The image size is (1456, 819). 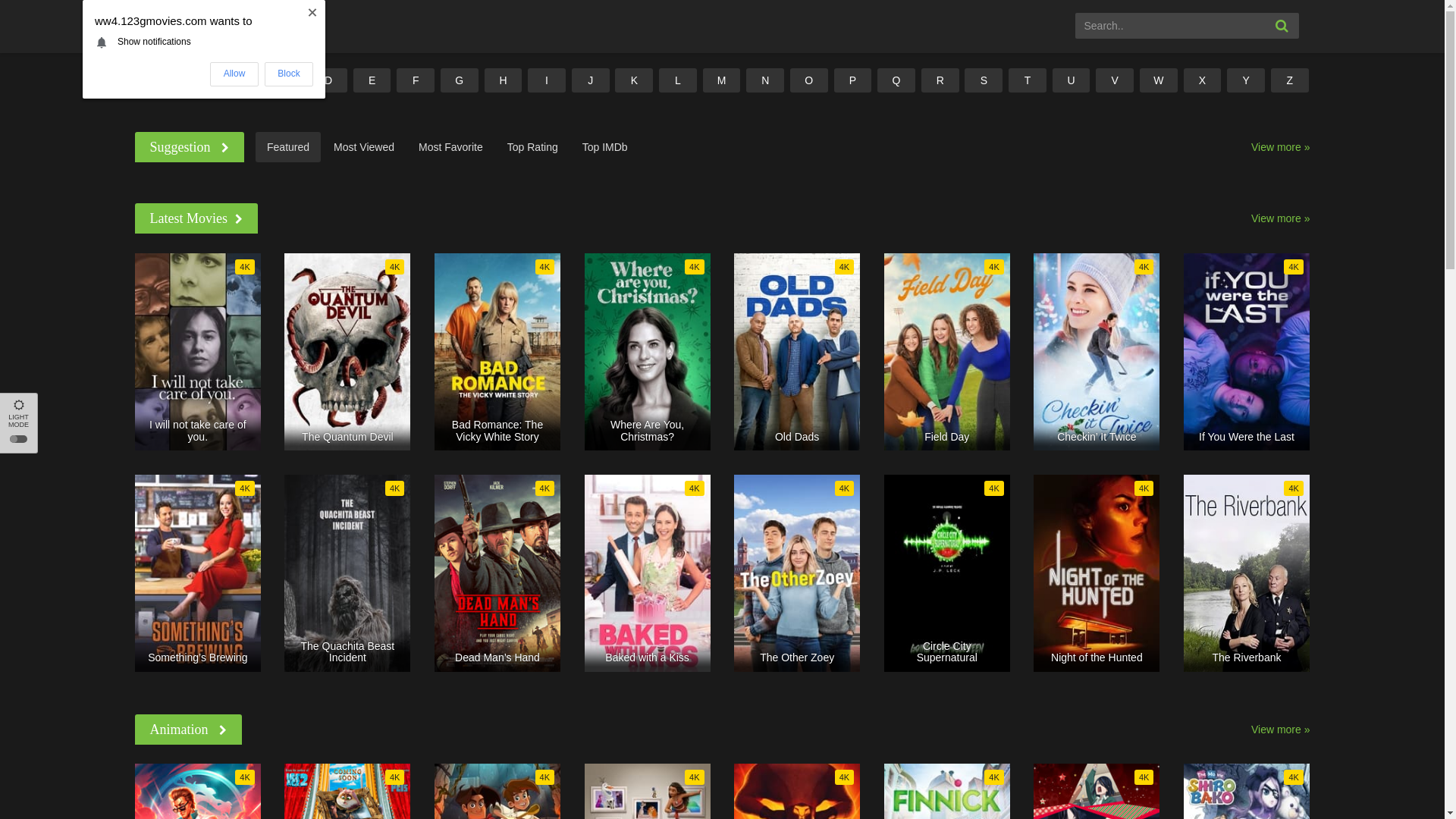 What do you see at coordinates (433, 351) in the screenshot?
I see `'4K` at bounding box center [433, 351].